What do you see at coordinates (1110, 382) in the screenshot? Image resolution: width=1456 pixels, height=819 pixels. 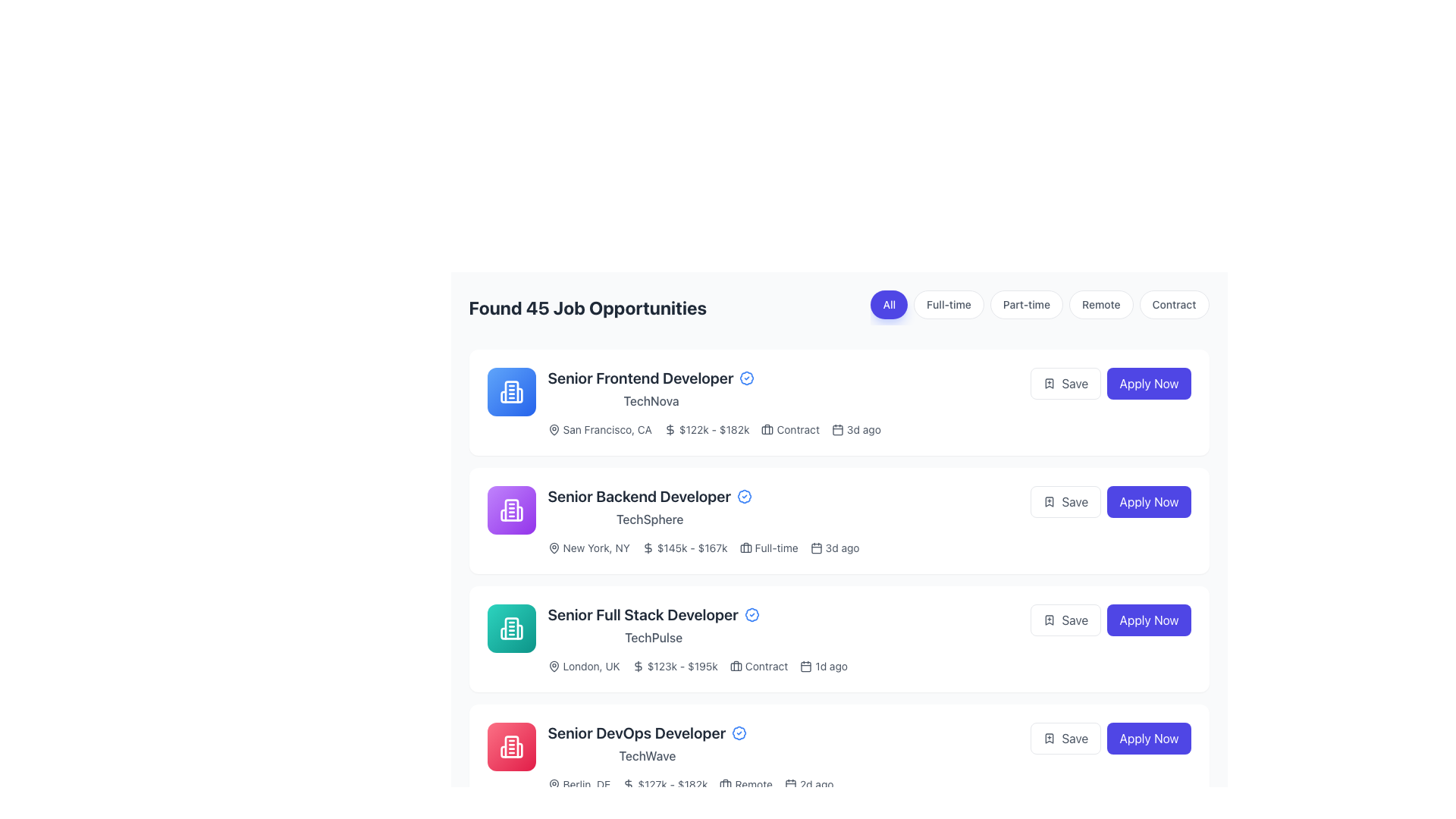 I see `the horizontally aligned button group which includes the 'Save' and 'Apply Now' buttons` at bounding box center [1110, 382].